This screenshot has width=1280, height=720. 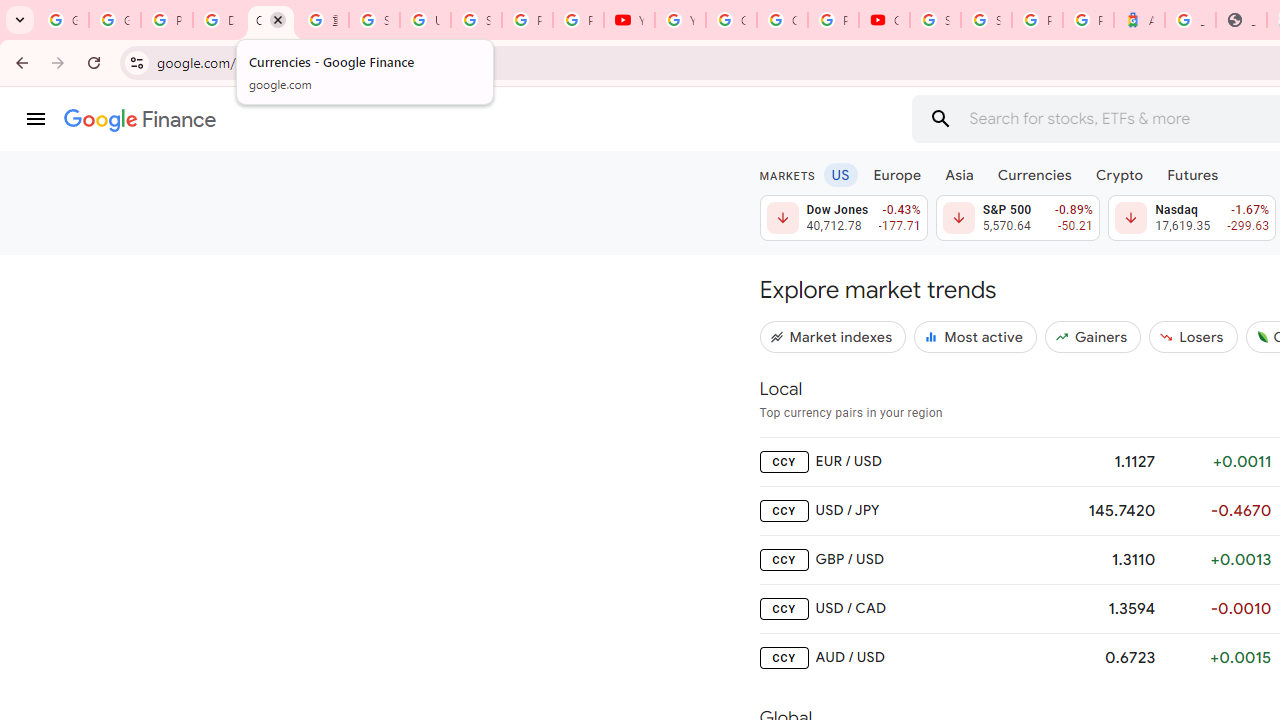 I want to click on 'Google Workspace Admin Community', so click(x=63, y=20).